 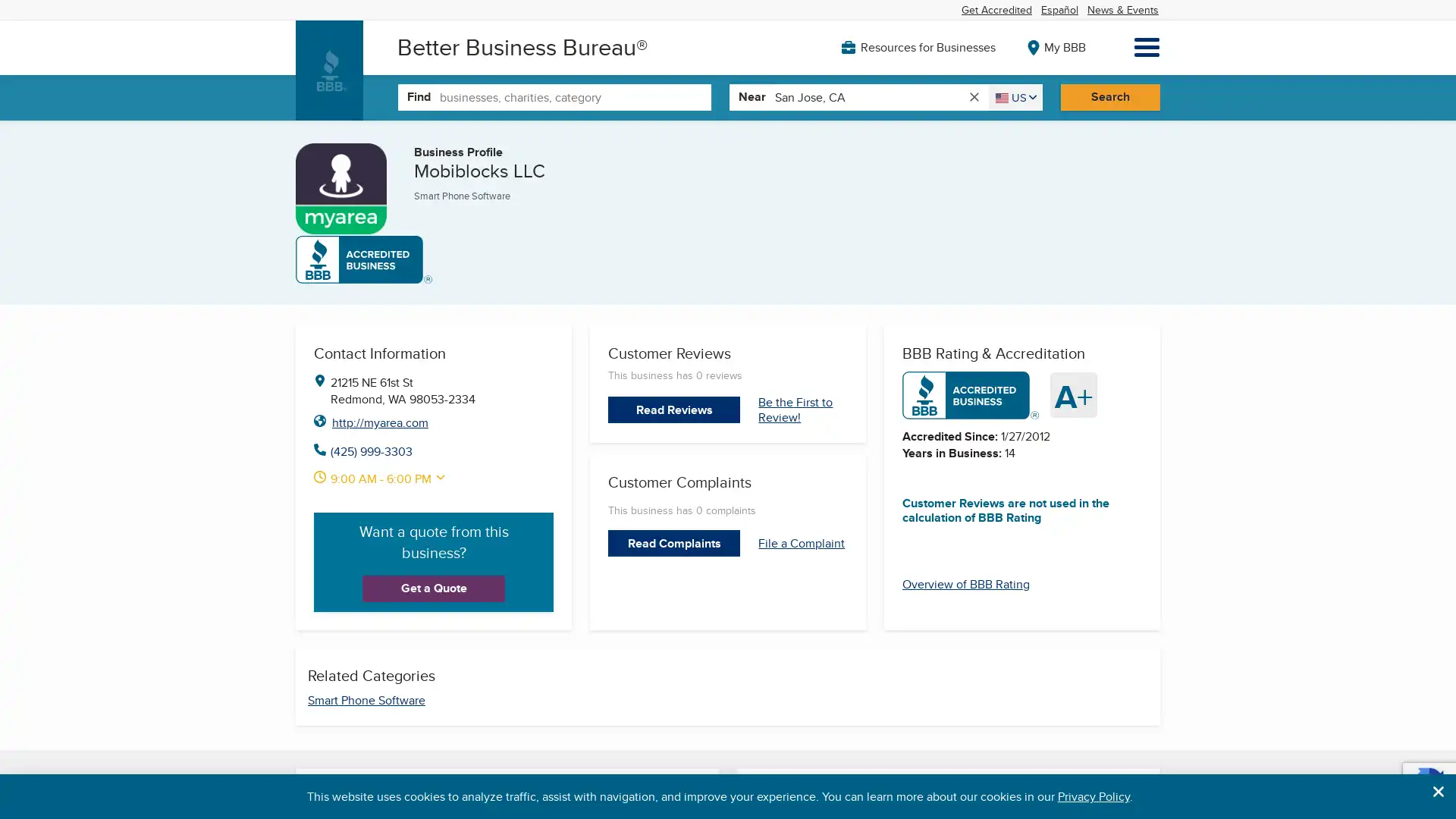 What do you see at coordinates (1109, 96) in the screenshot?
I see `Search` at bounding box center [1109, 96].